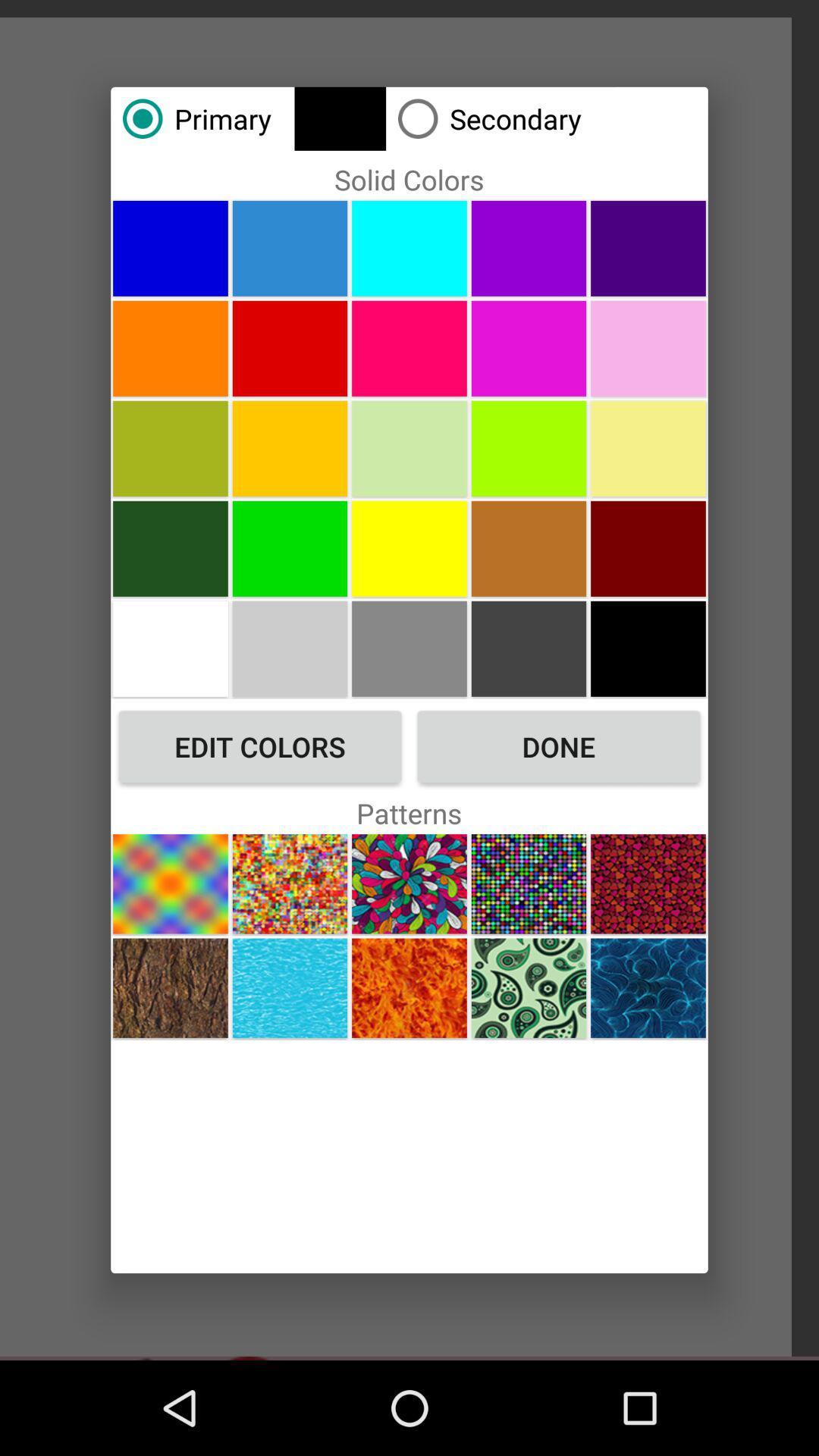 The height and width of the screenshot is (1456, 819). What do you see at coordinates (170, 988) in the screenshot?
I see `this pattern` at bounding box center [170, 988].